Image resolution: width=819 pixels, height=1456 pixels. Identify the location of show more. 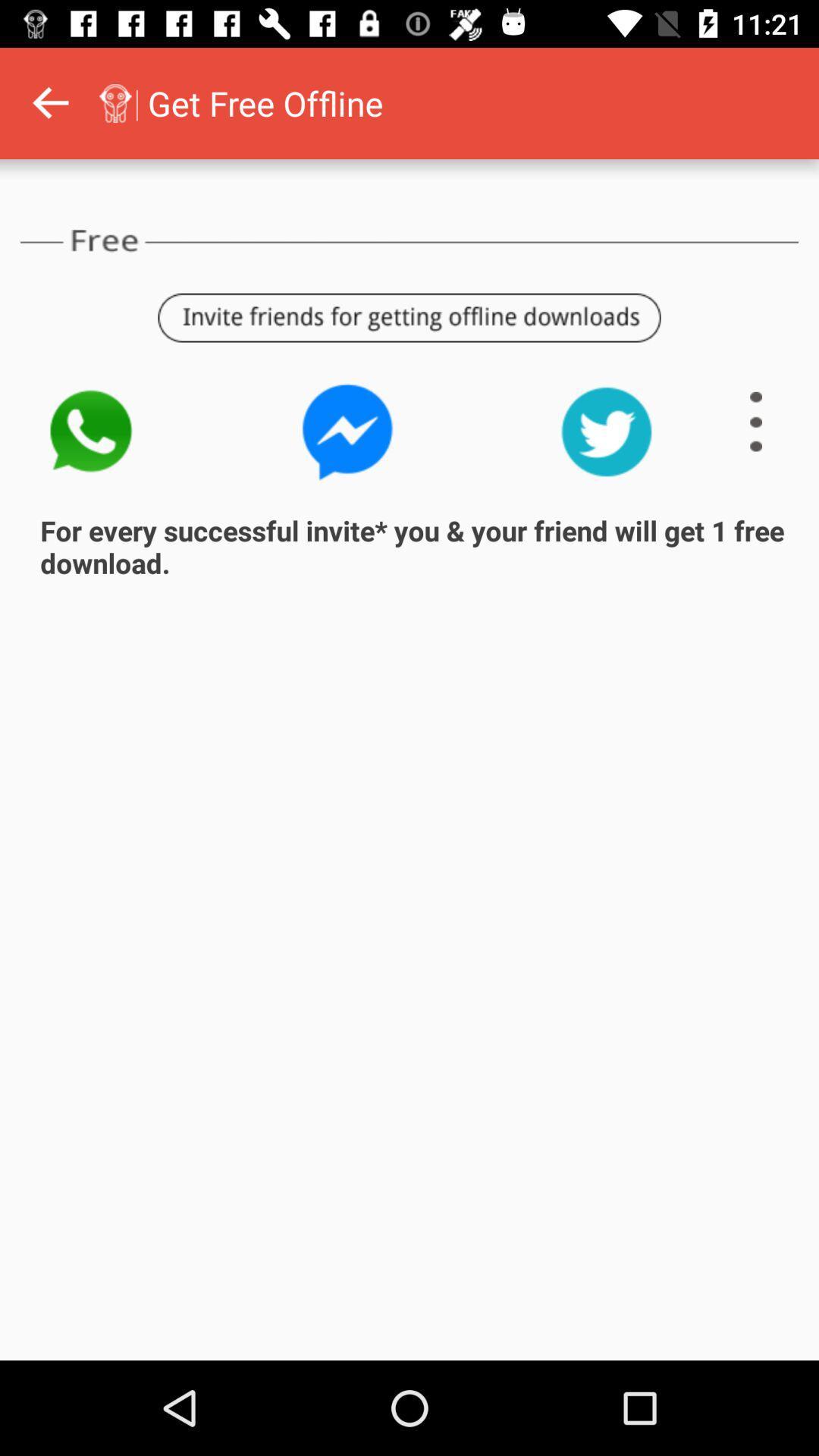
(756, 422).